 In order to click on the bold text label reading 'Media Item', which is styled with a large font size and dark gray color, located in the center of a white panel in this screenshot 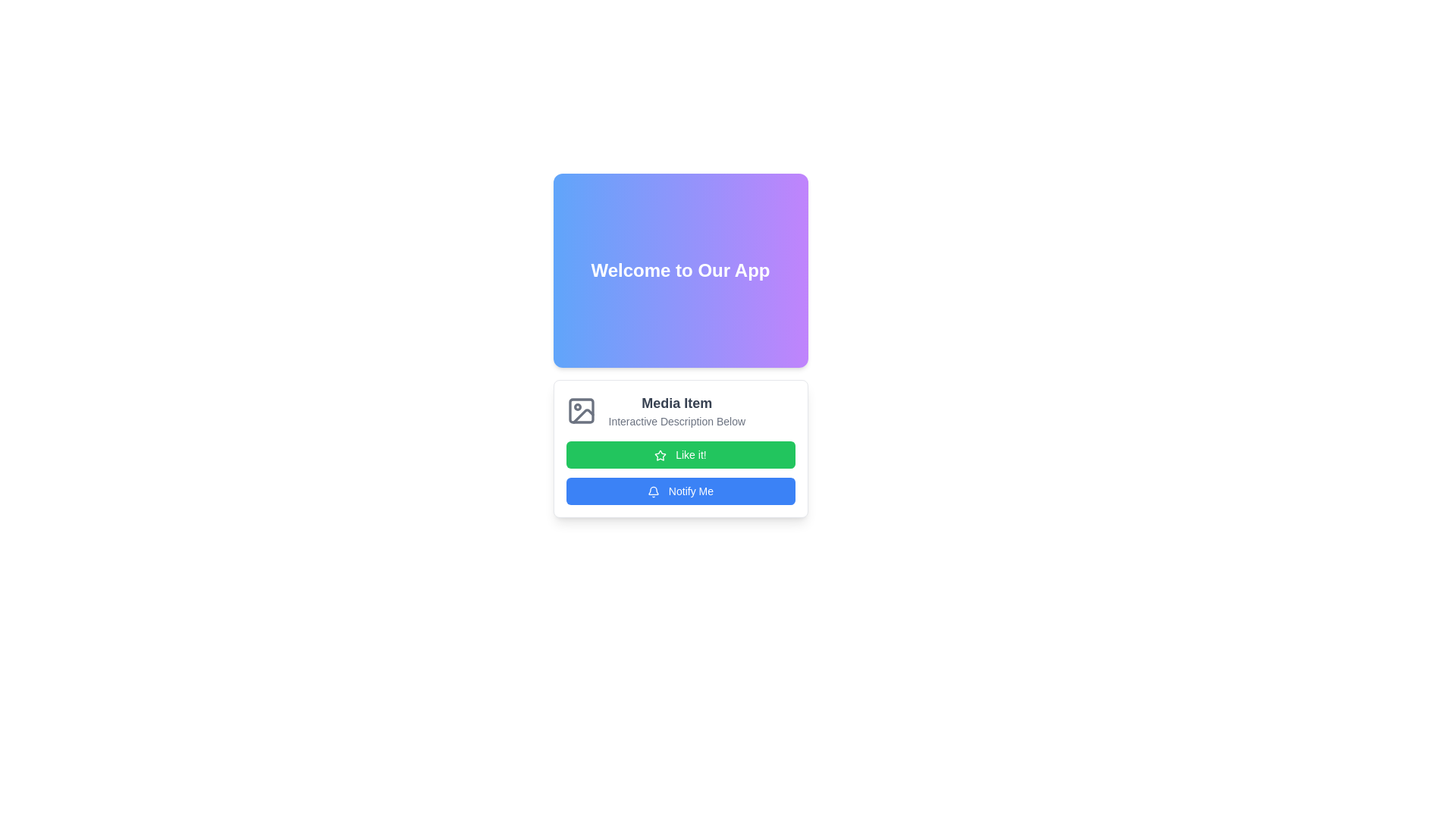, I will do `click(676, 403)`.